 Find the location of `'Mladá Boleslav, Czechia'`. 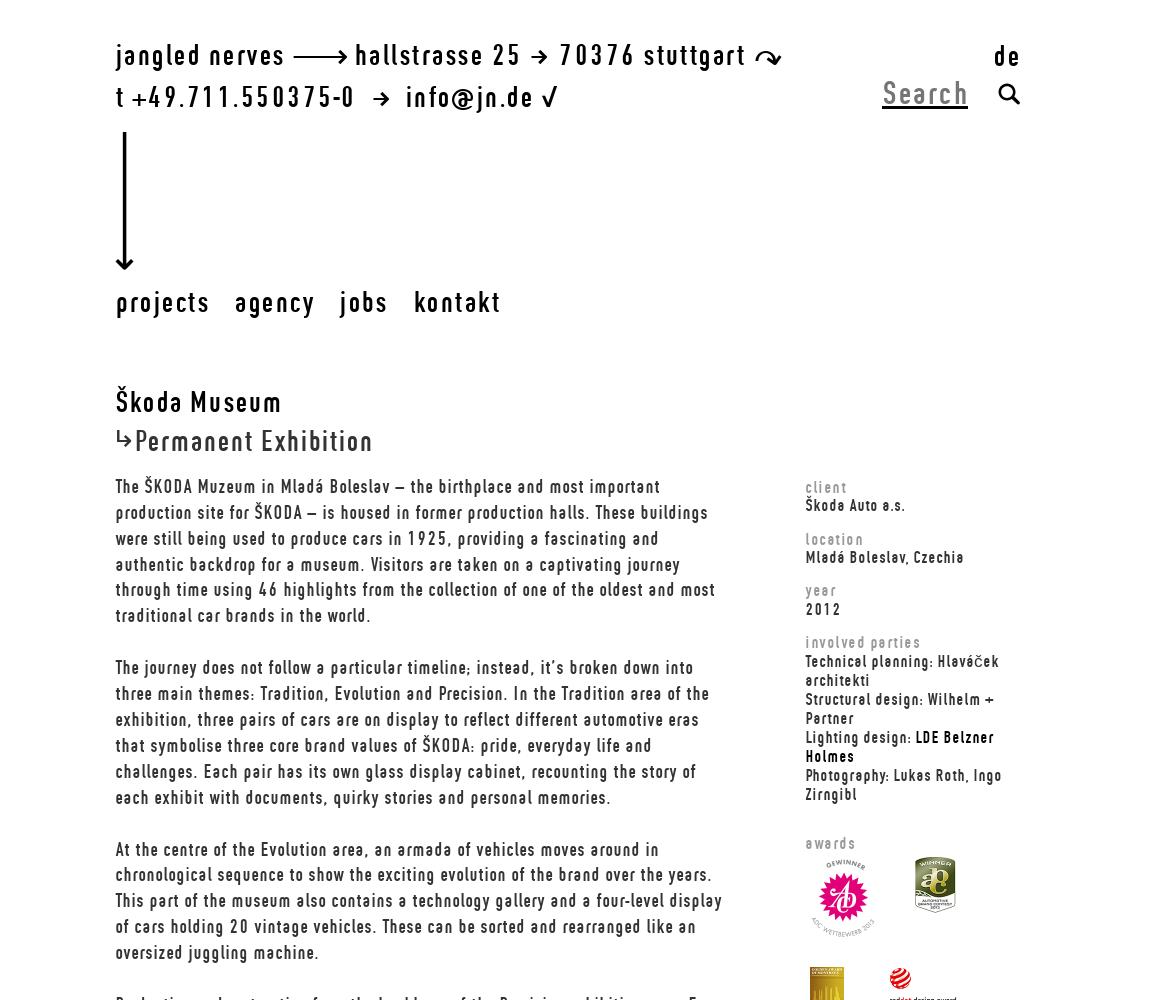

'Mladá Boleslav, Czechia' is located at coordinates (804, 556).